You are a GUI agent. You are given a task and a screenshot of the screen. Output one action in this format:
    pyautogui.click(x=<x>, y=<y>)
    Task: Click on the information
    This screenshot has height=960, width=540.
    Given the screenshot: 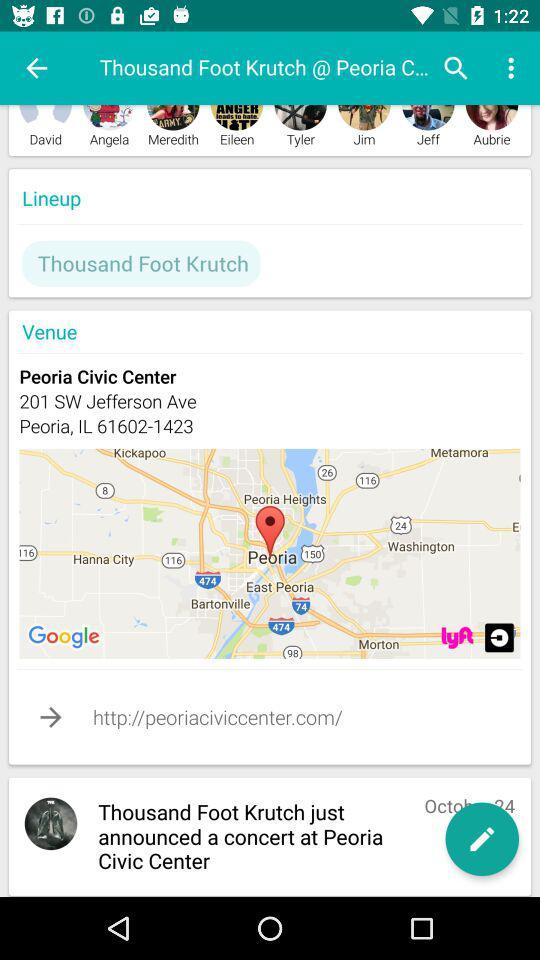 What is the action you would take?
    pyautogui.click(x=498, y=636)
    